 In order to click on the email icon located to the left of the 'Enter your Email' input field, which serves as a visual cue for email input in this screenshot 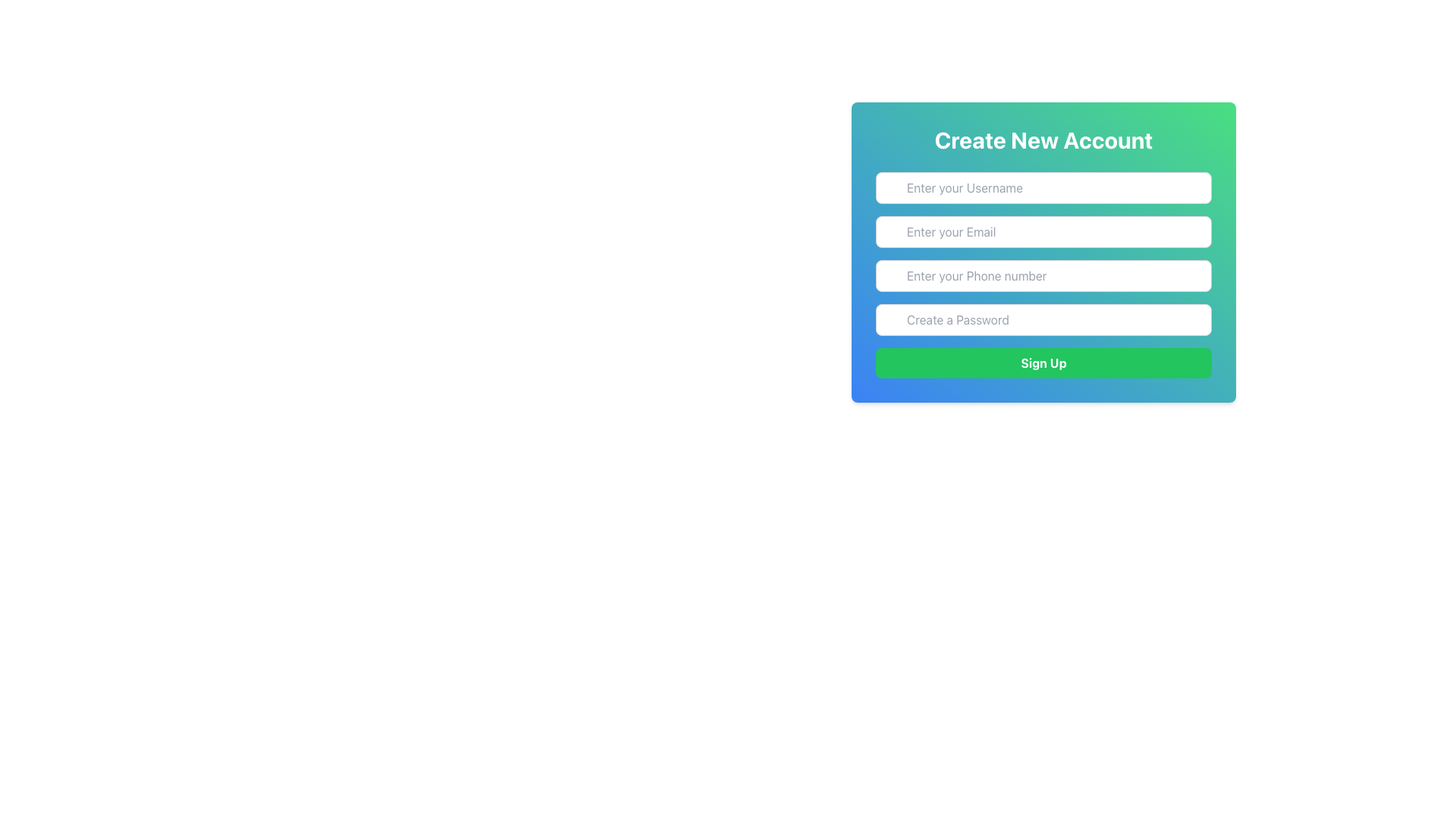, I will do `click(892, 233)`.